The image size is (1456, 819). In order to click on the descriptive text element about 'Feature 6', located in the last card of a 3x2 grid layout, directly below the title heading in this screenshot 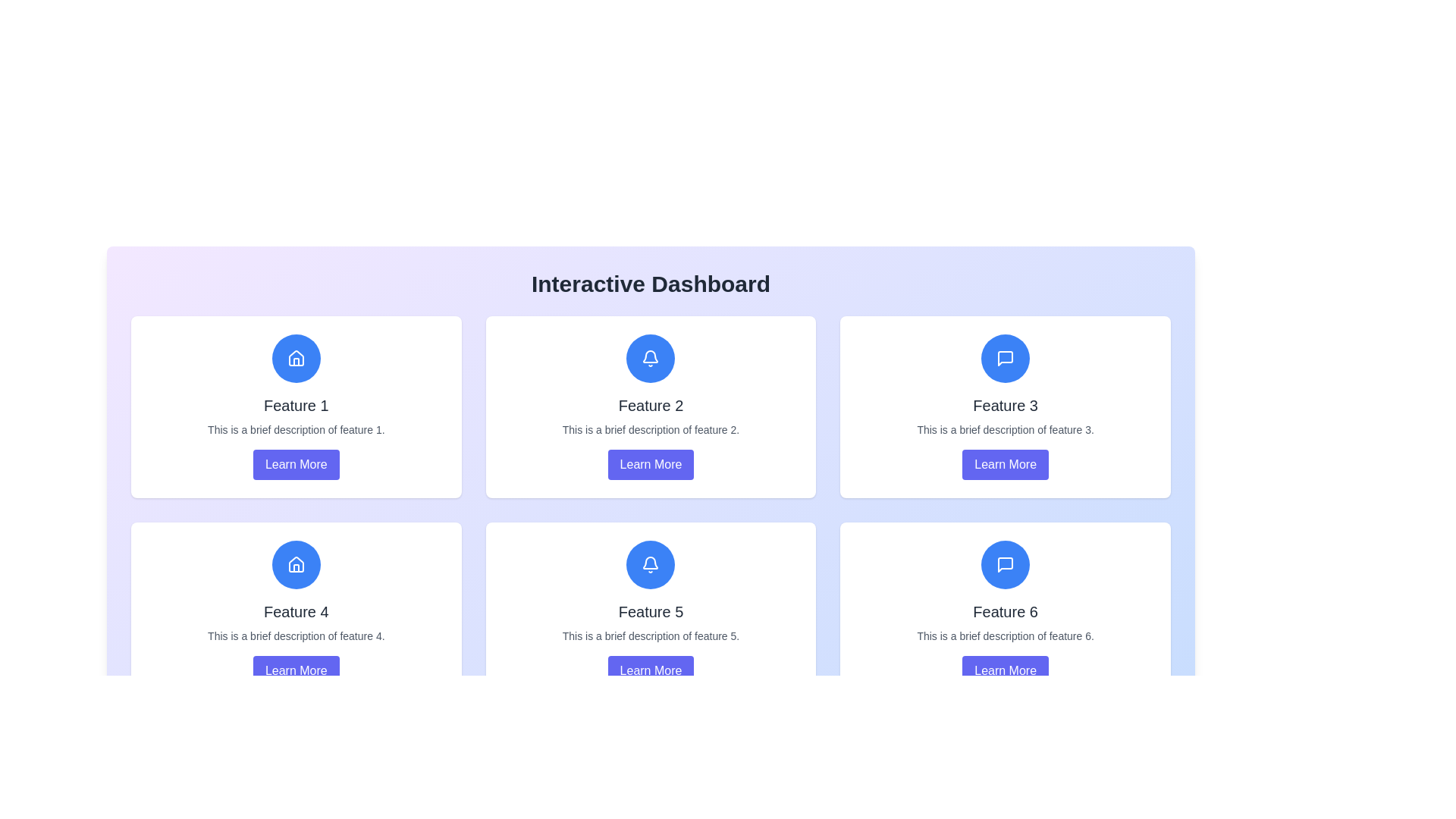, I will do `click(1006, 636)`.